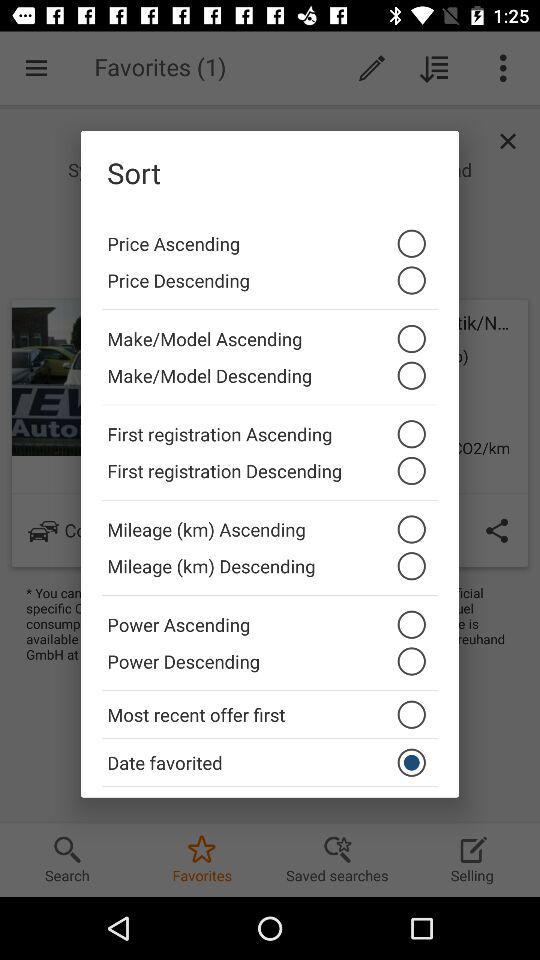 The width and height of the screenshot is (540, 960). What do you see at coordinates (270, 618) in the screenshot?
I see `the power ascending icon` at bounding box center [270, 618].